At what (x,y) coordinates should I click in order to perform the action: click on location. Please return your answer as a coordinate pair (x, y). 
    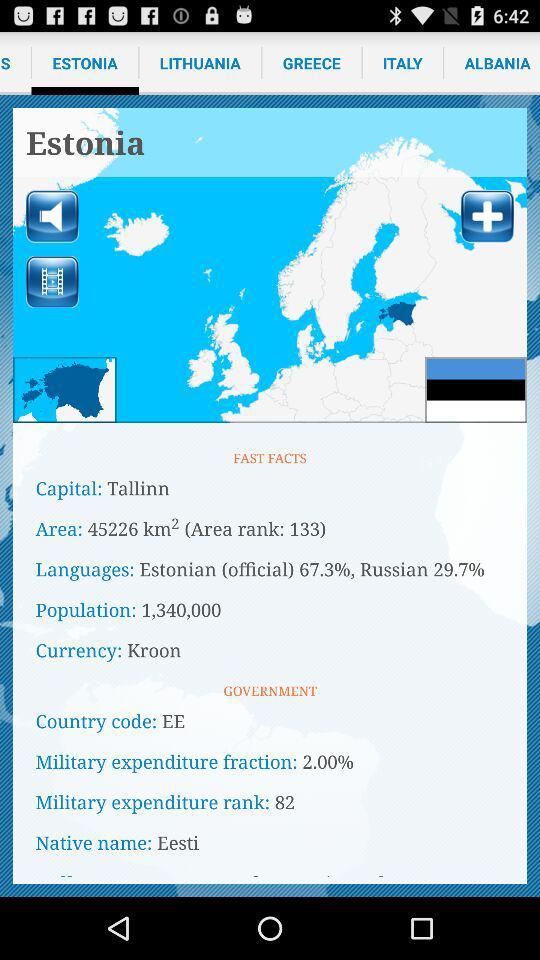
    Looking at the image, I should click on (486, 216).